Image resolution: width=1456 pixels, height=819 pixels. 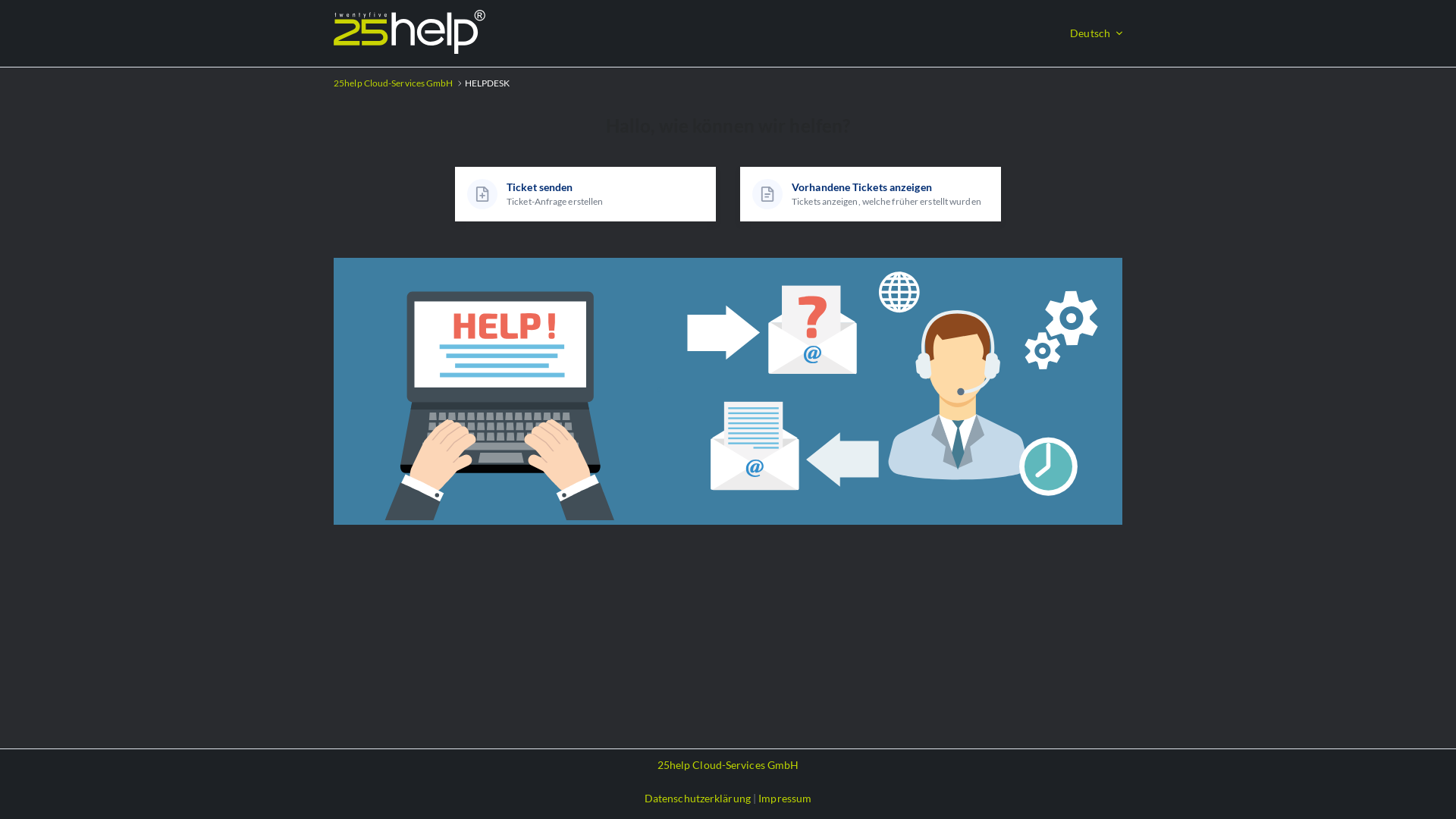 What do you see at coordinates (393, 83) in the screenshot?
I see `'25help Cloud-Services GmbH'` at bounding box center [393, 83].